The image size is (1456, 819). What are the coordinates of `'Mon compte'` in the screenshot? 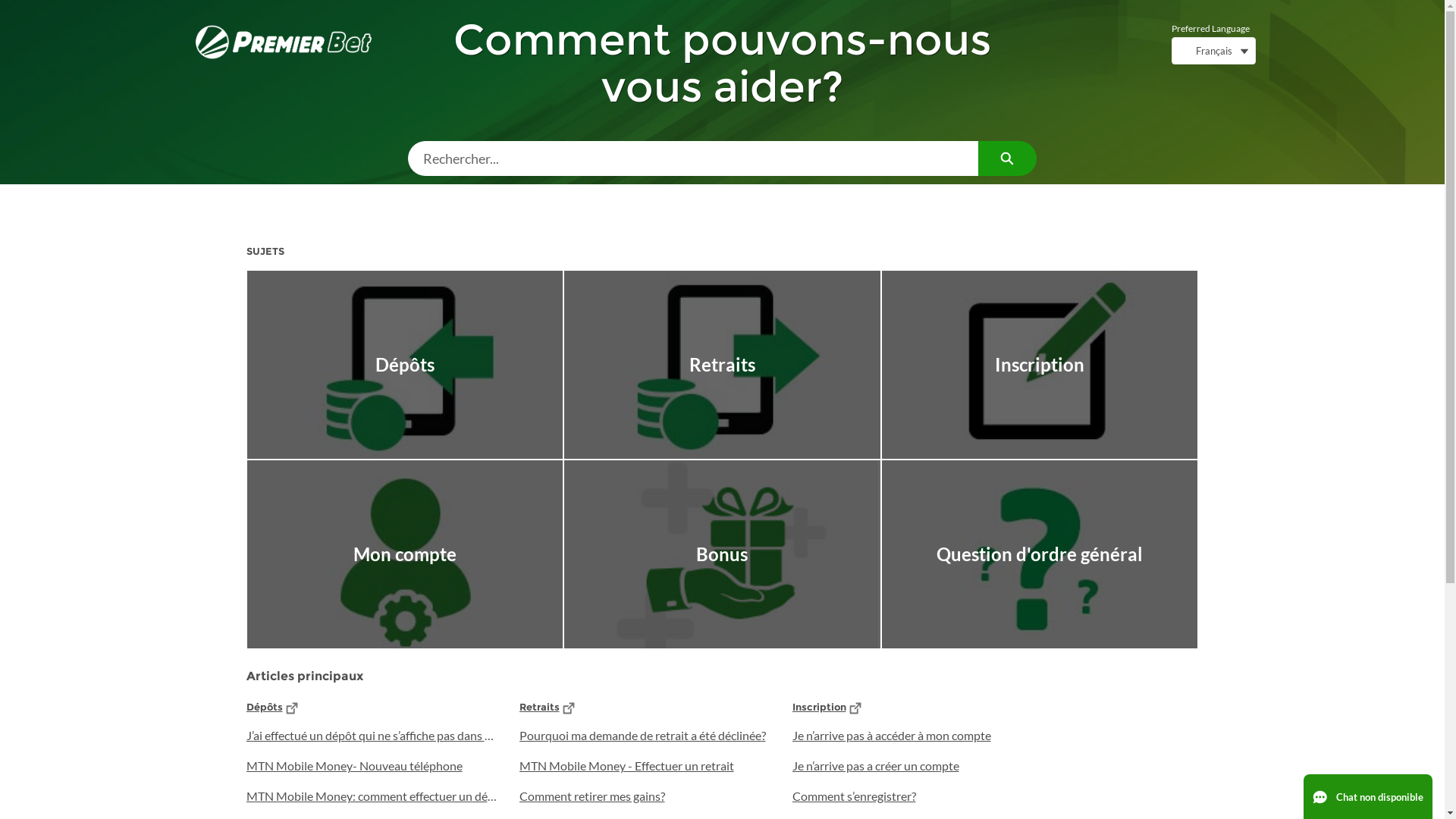 It's located at (405, 554).